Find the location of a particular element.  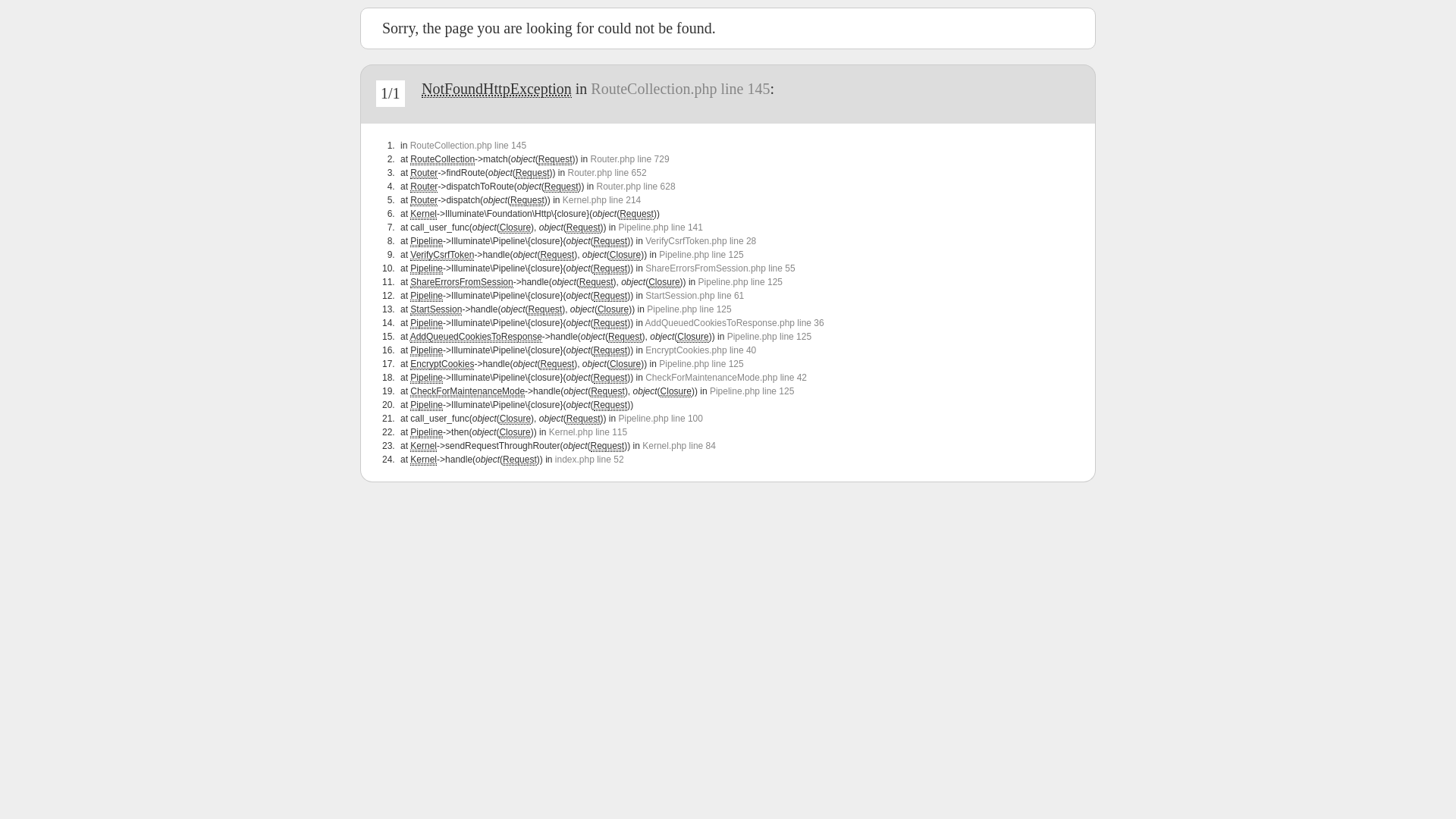

'Router.php line 652' is located at coordinates (607, 171).